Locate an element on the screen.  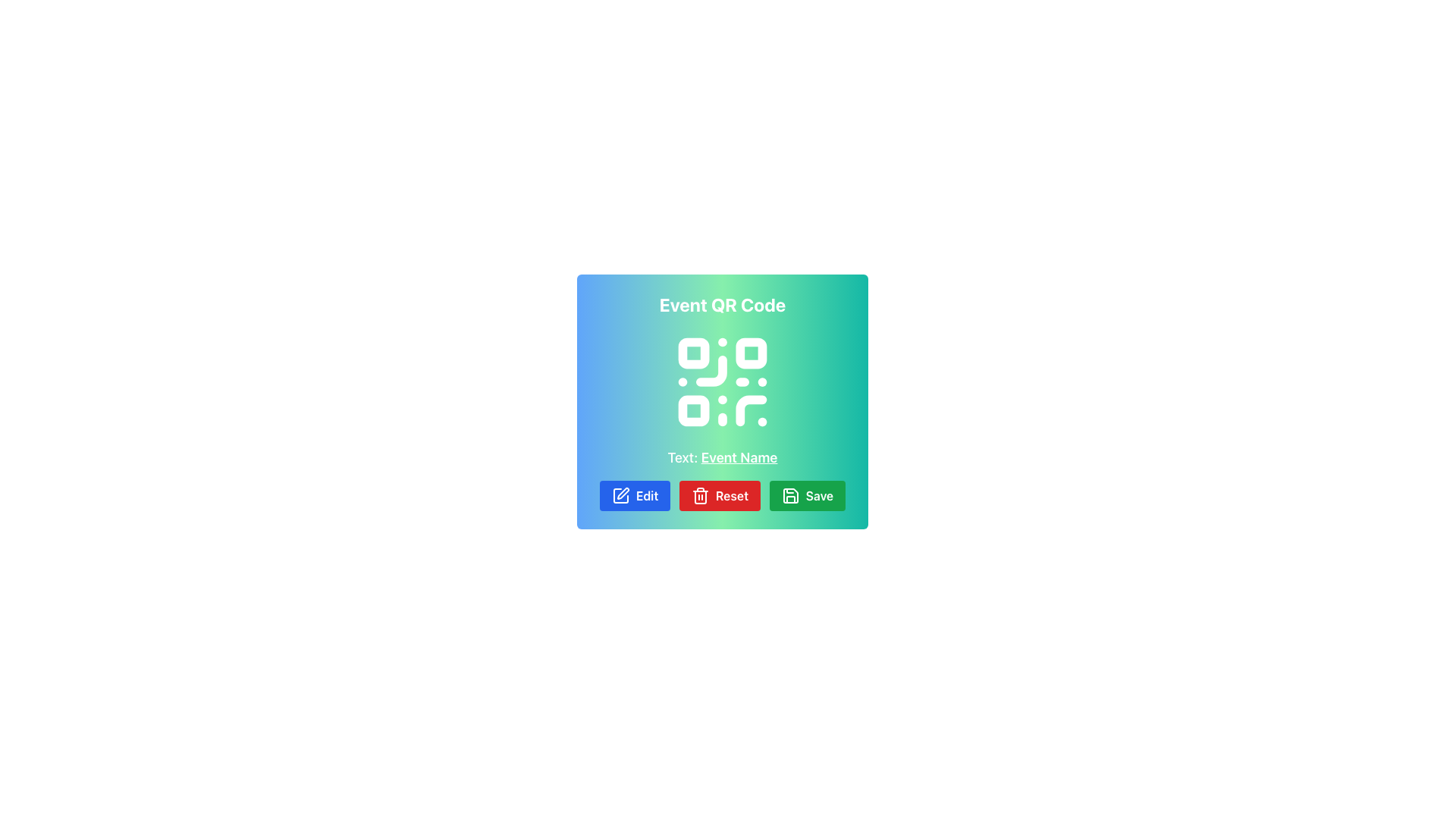
the leftmost button in the horizontal row of buttons below the QR code is located at coordinates (635, 496).